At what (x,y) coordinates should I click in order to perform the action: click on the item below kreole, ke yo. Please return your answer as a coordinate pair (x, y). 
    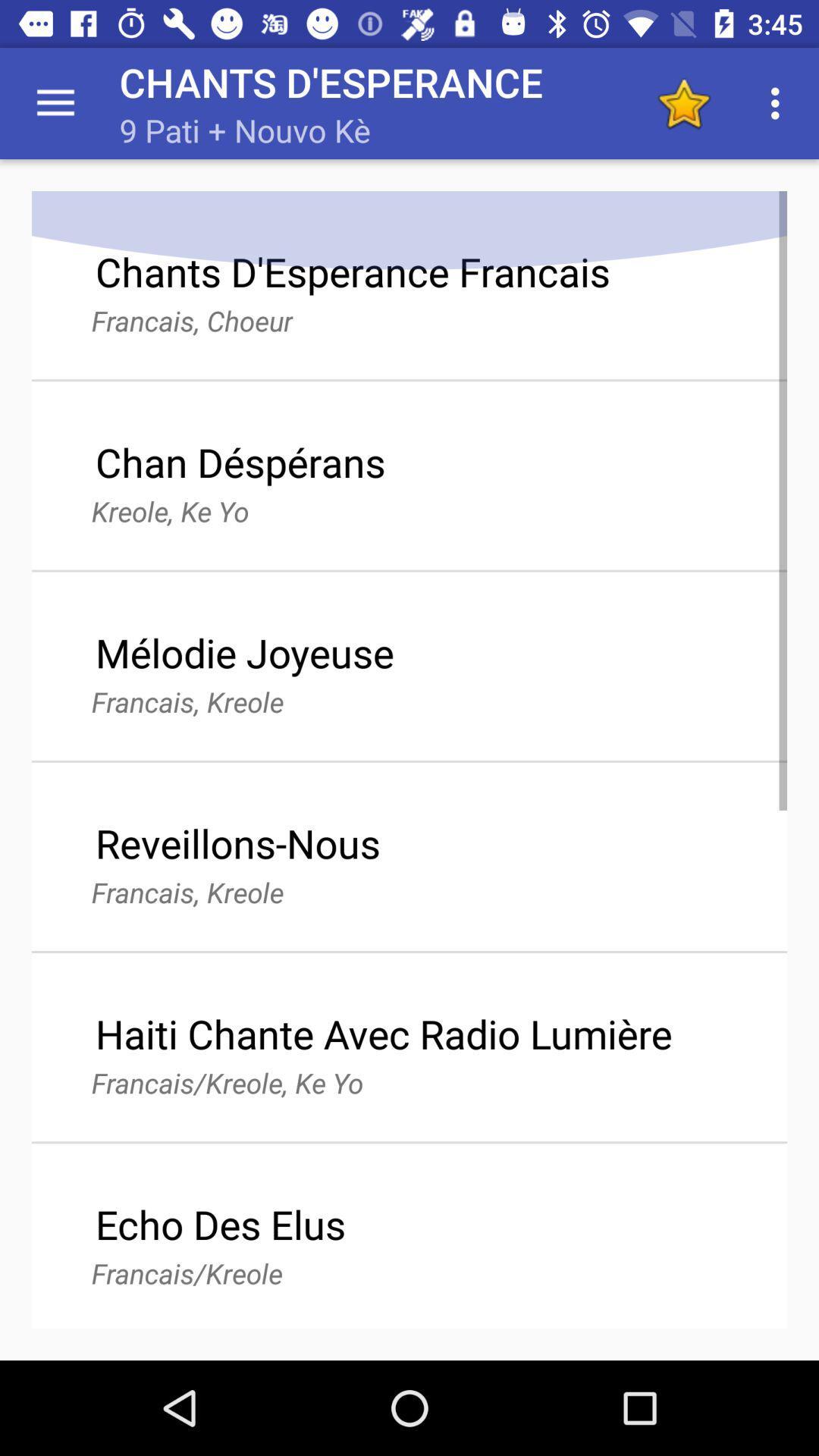
    Looking at the image, I should click on (243, 652).